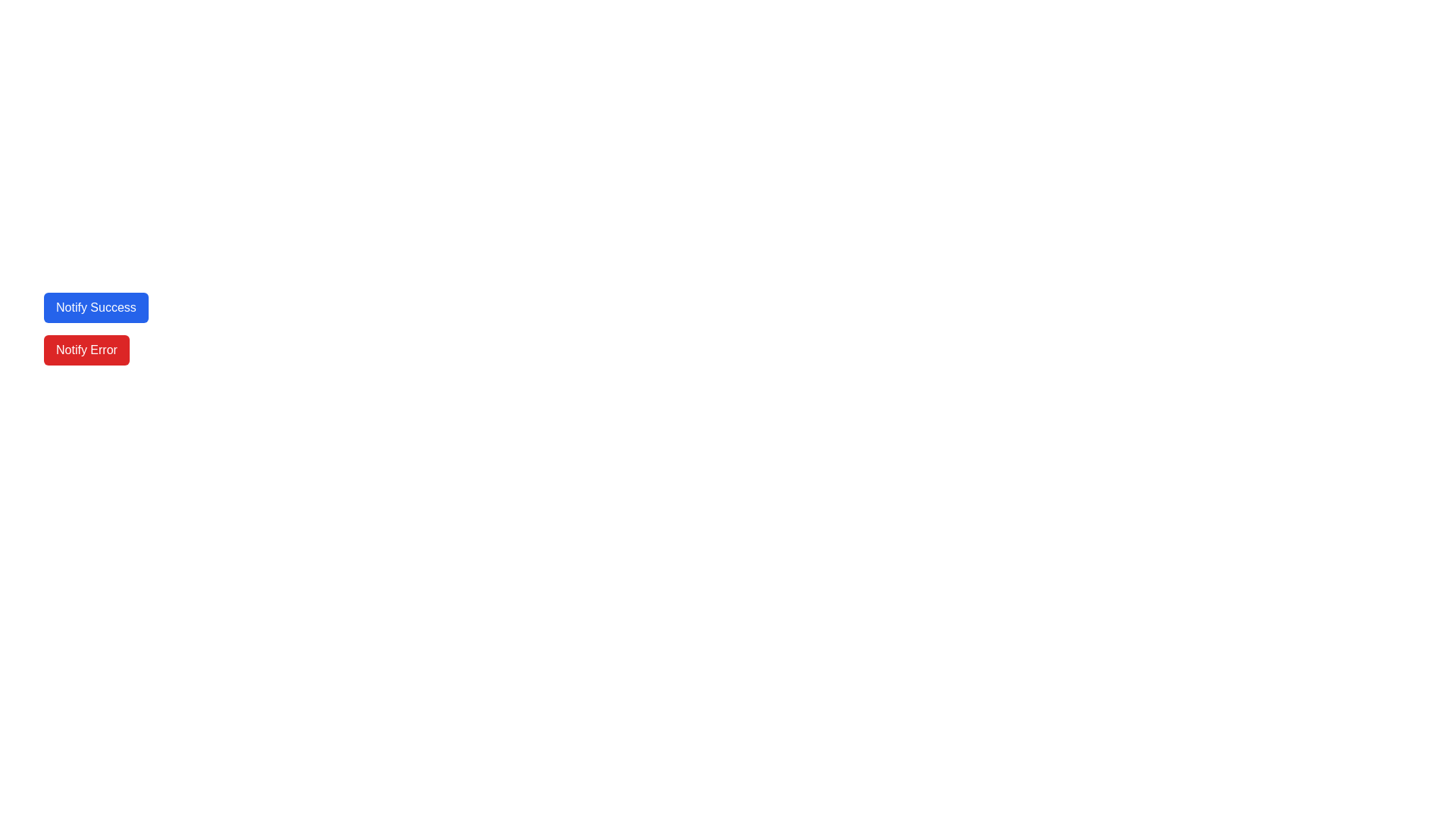  I want to click on the red button labeled 'Notify Error', so click(86, 350).